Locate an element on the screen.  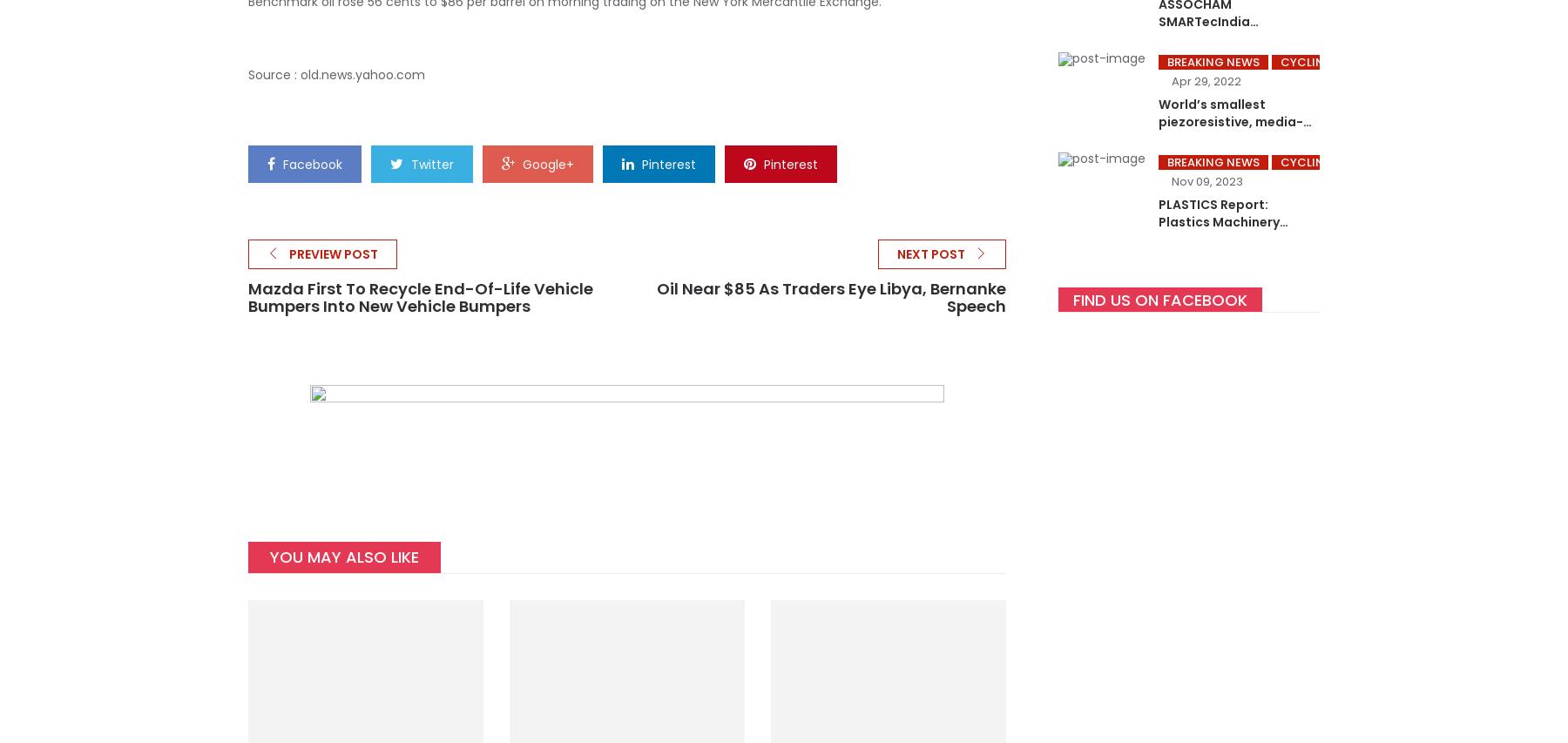
'World’s smallest piezoresistive, media-isolated pressure sensor – launched by Kistler Winterthur, April 2022' is located at coordinates (1232, 146).